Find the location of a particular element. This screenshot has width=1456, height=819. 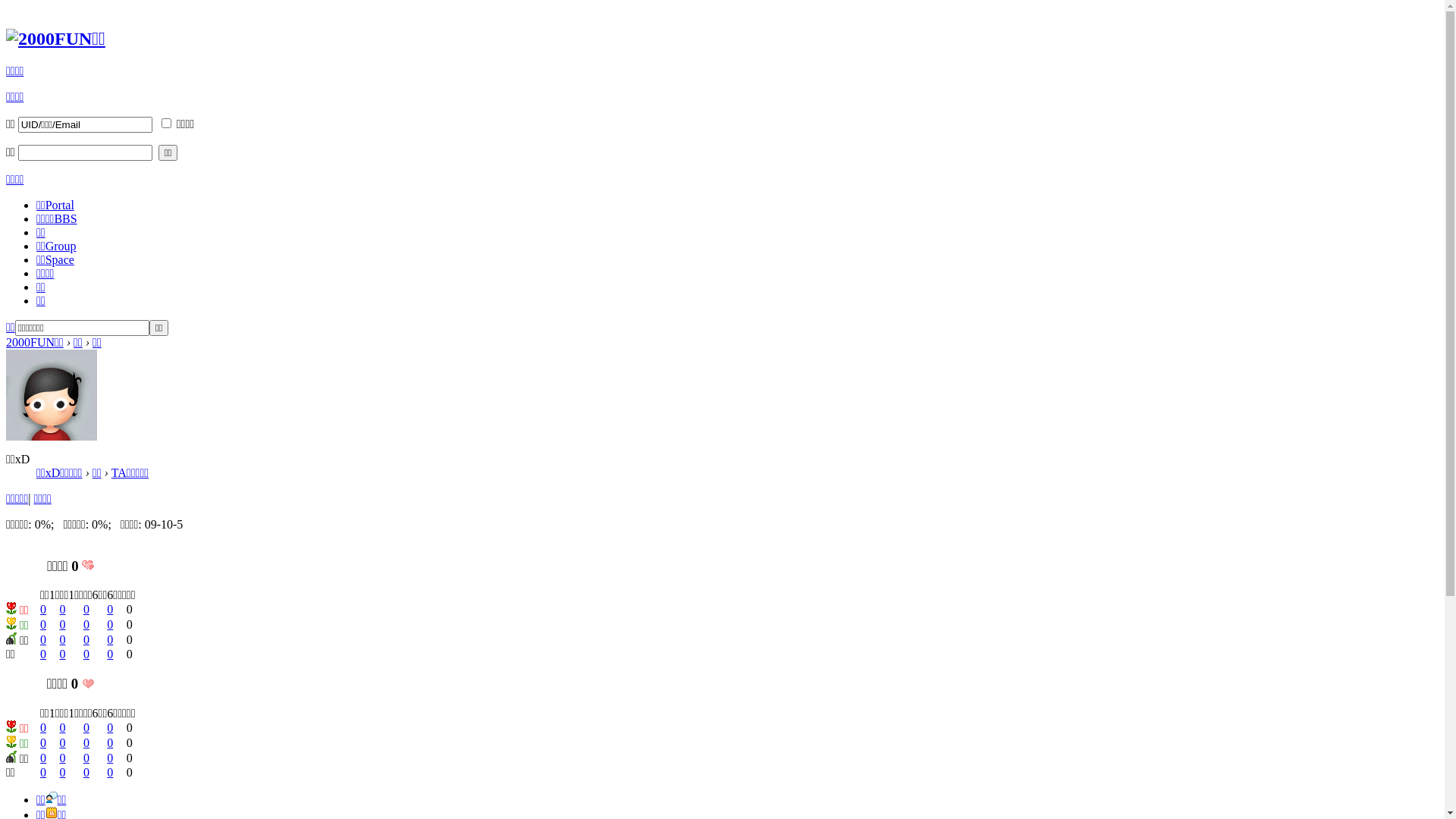

'0' is located at coordinates (83, 653).